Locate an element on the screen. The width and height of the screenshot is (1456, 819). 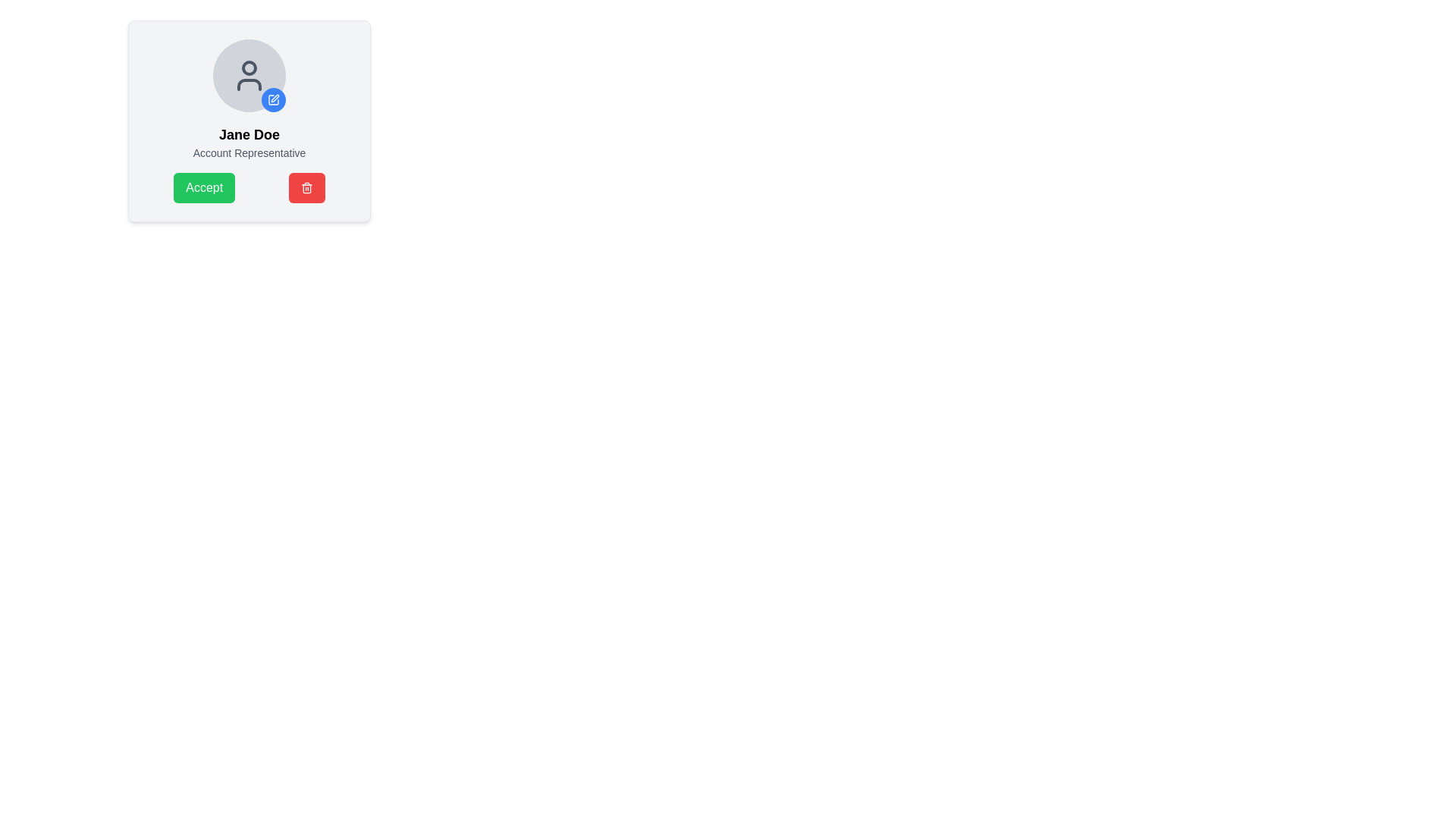
the affirmative action button located at the bottom of the user details card is located at coordinates (203, 187).